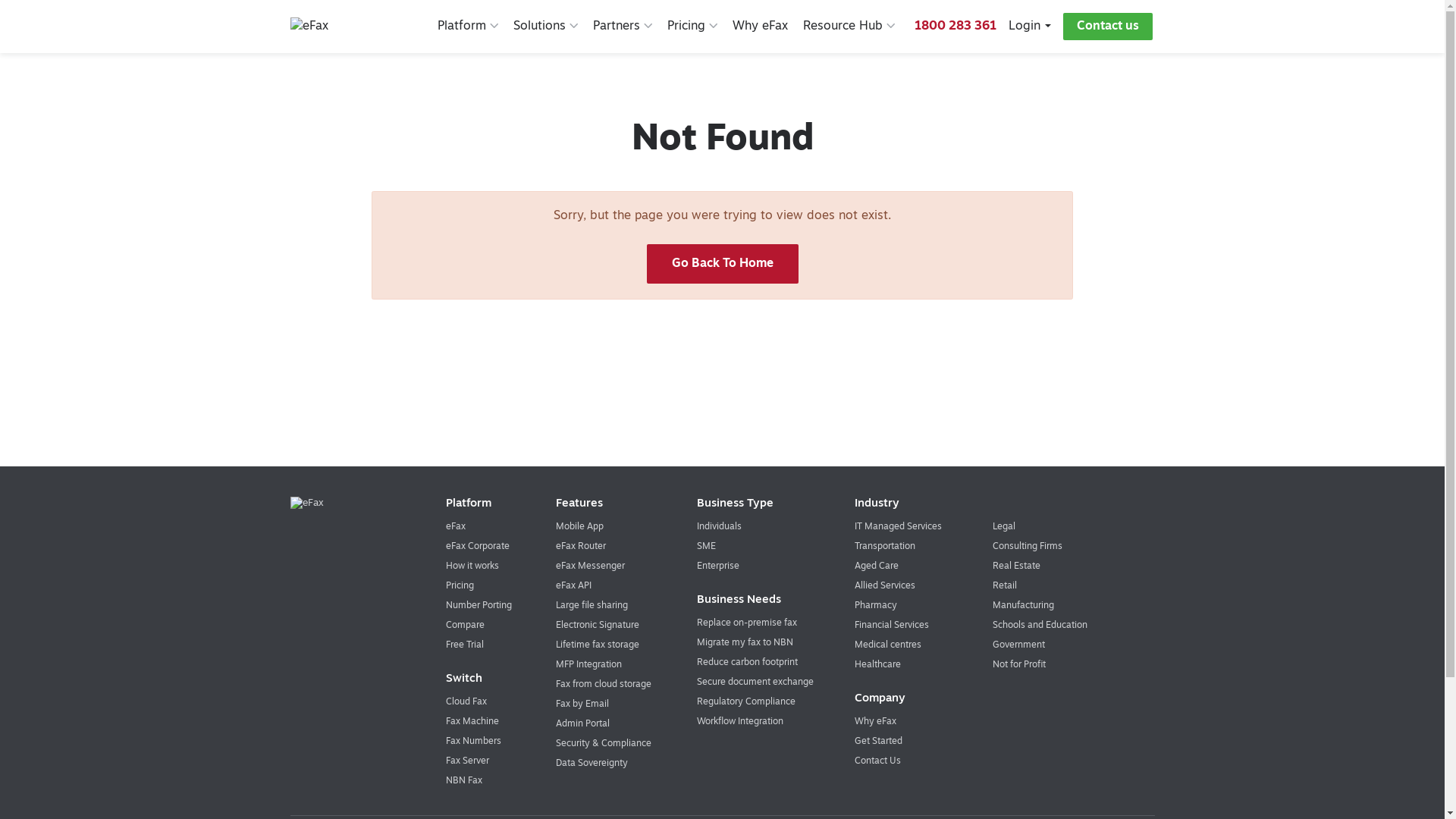 Image resolution: width=1456 pixels, height=819 pixels. I want to click on 'Login', so click(1030, 26).